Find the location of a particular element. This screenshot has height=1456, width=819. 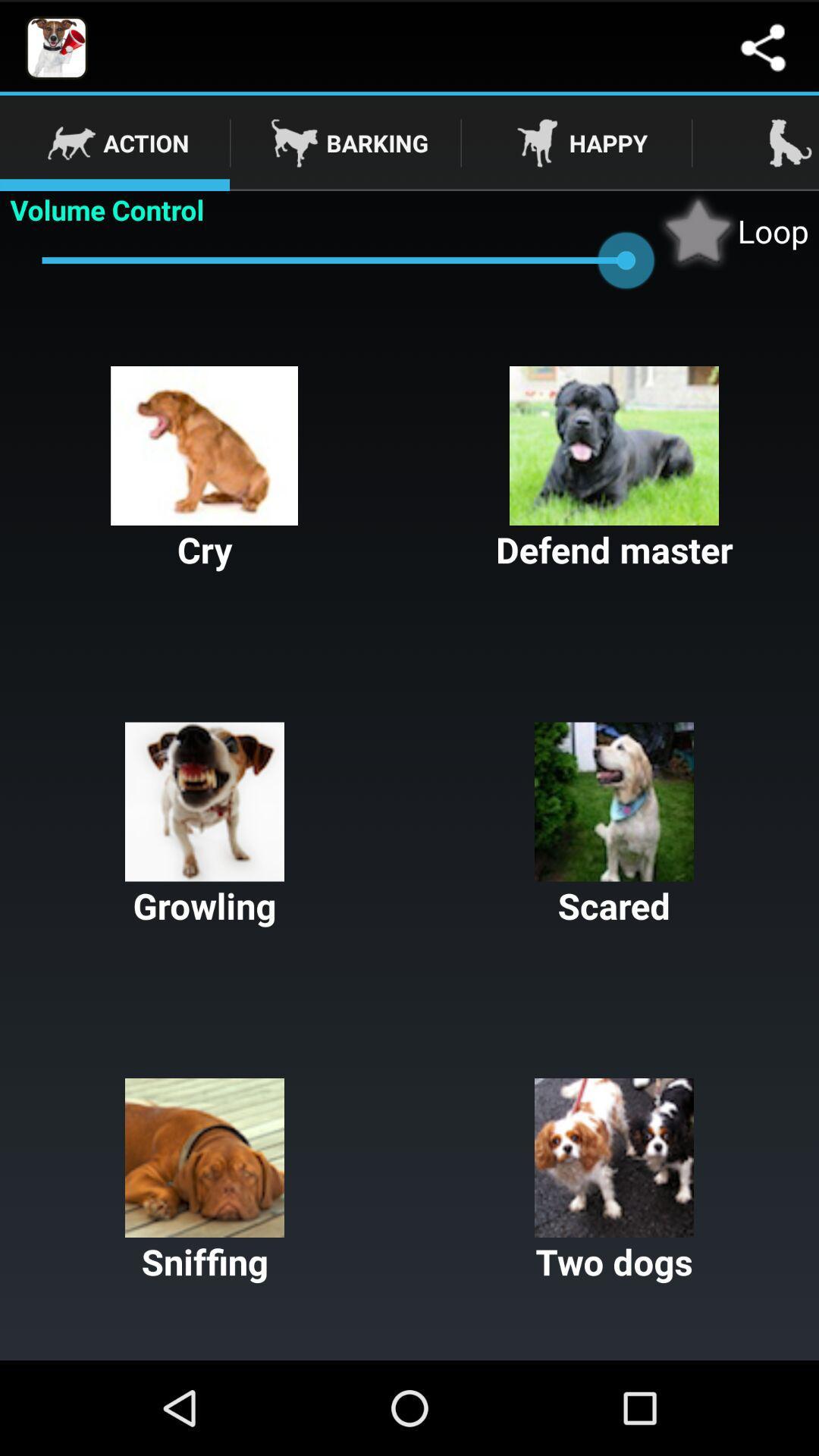

item to the left of the defend master item is located at coordinates (205, 469).